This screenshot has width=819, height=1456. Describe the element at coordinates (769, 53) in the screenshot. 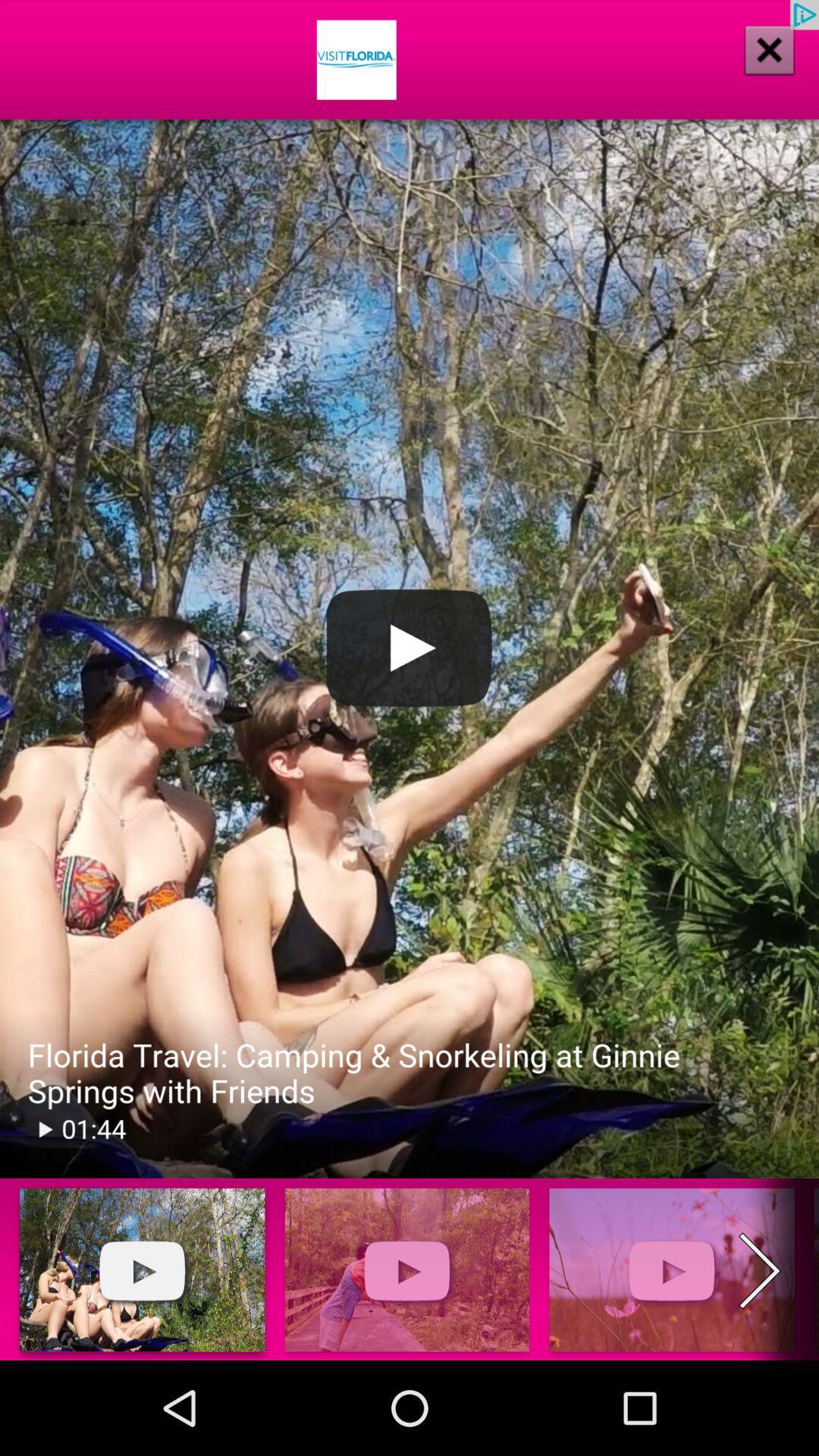

I see `the close icon` at that location.